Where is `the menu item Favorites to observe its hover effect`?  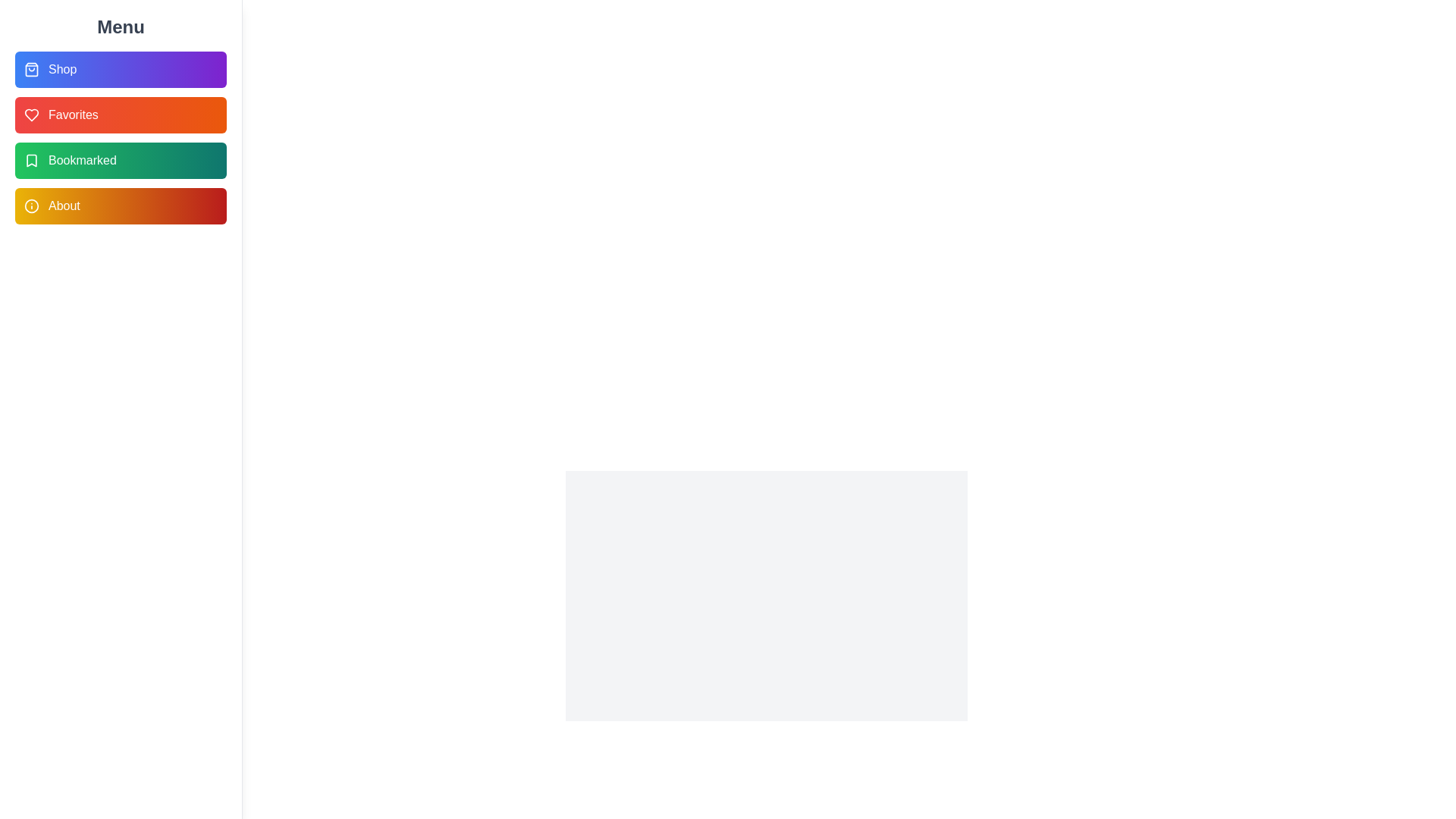
the menu item Favorites to observe its hover effect is located at coordinates (120, 114).